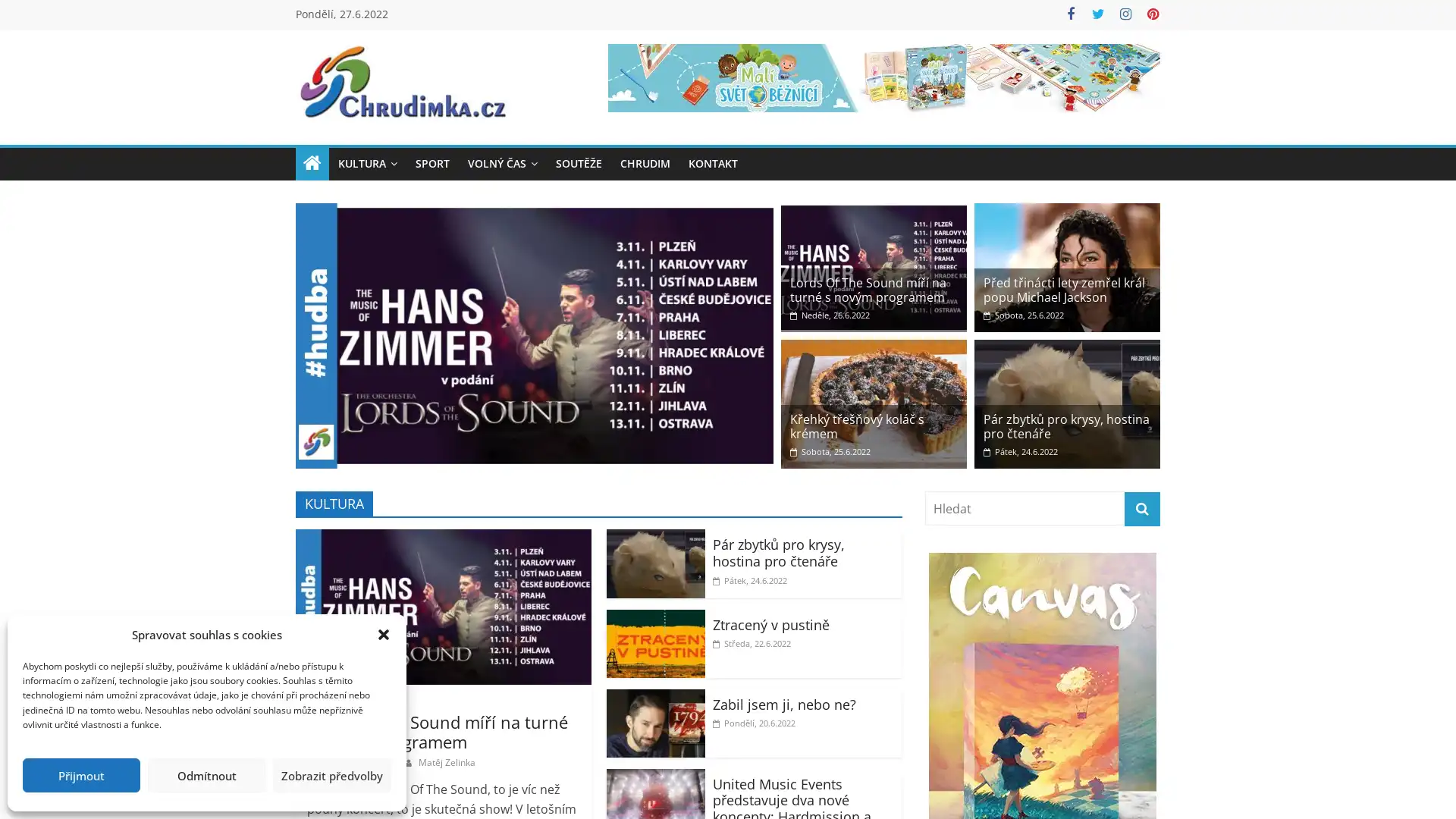 The image size is (1456, 819). I want to click on Prijmout, so click(80, 775).